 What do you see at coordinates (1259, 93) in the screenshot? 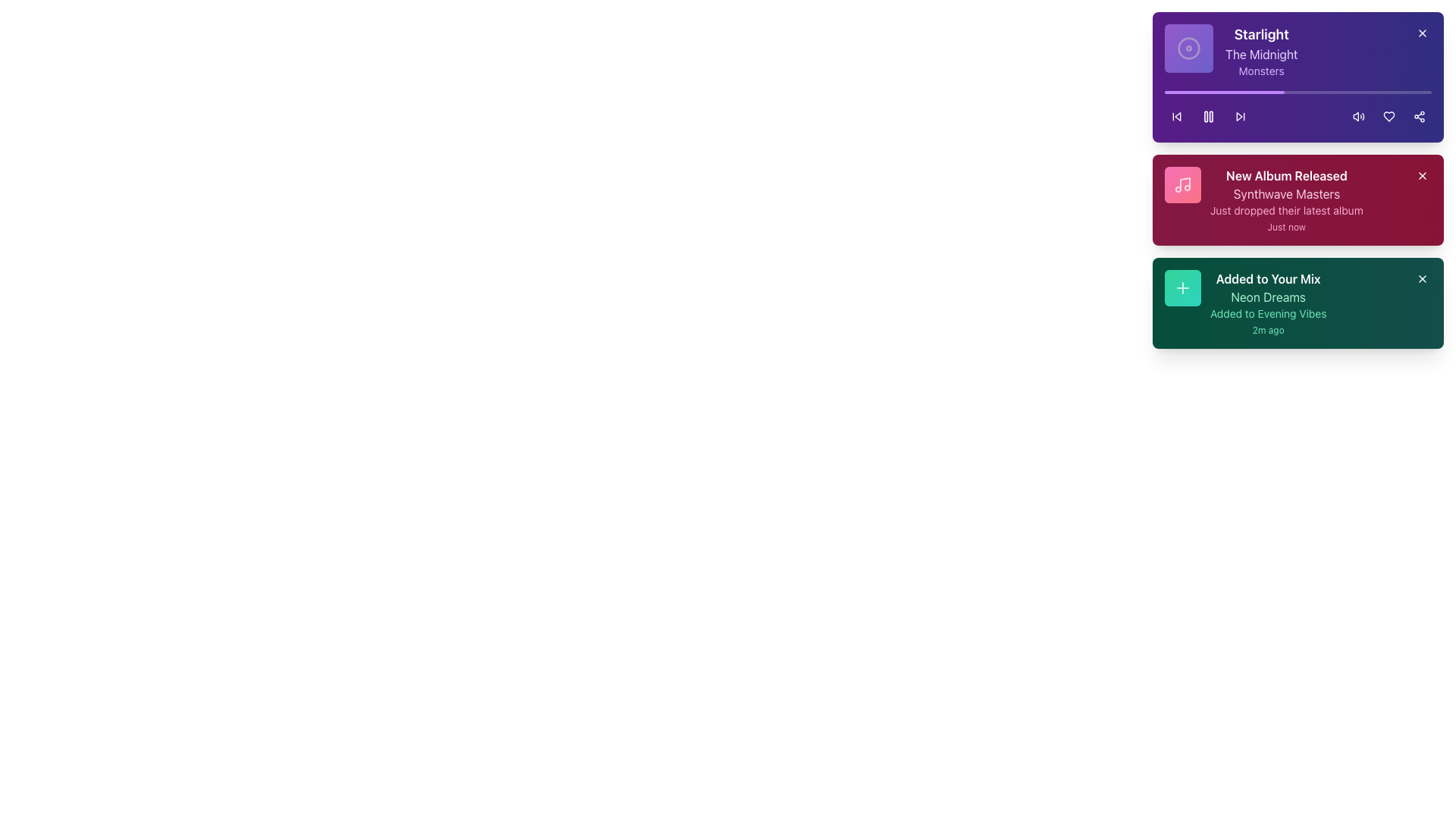
I see `the progress bar` at bounding box center [1259, 93].